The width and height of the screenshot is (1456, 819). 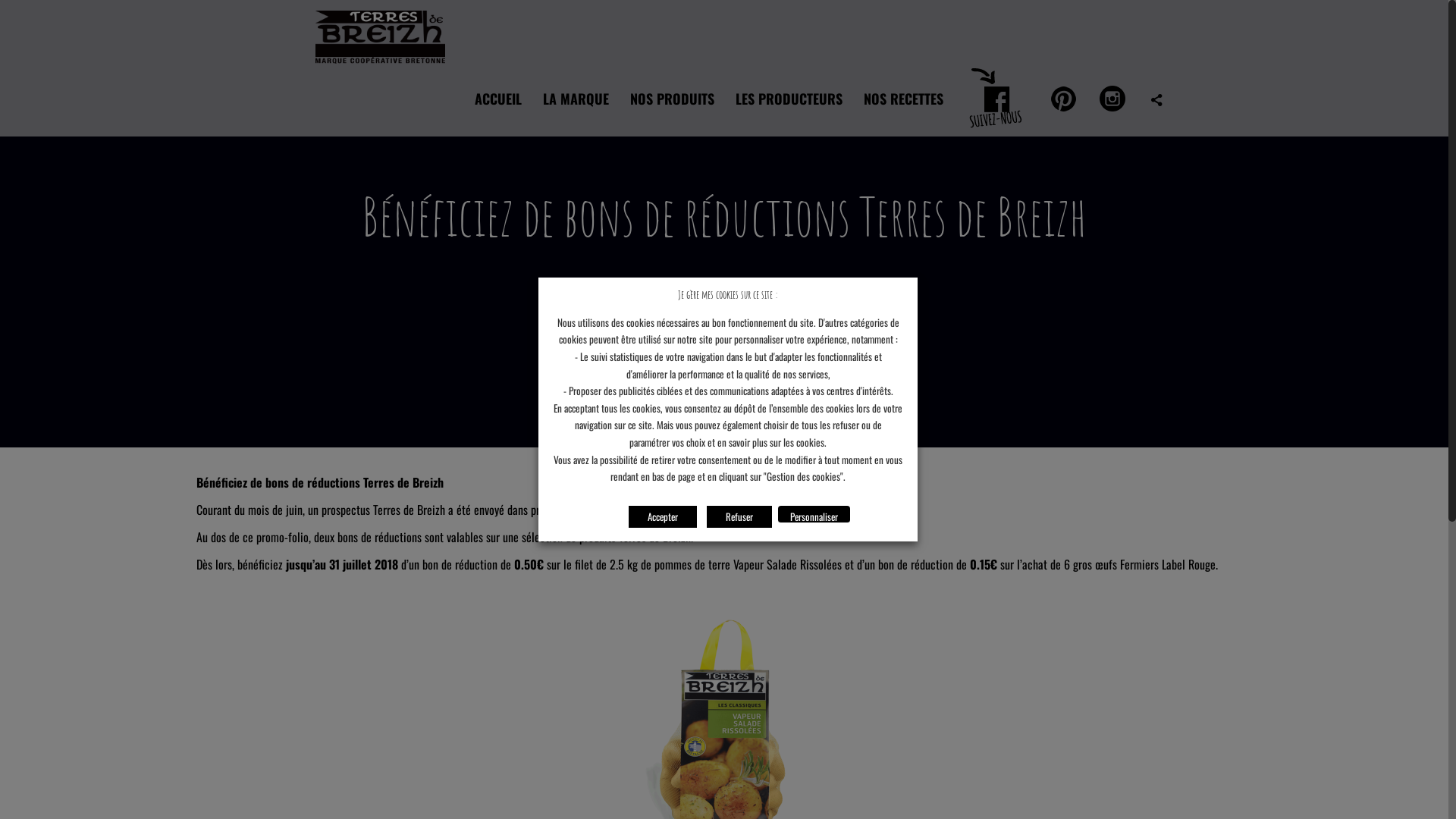 I want to click on 'Personnaliser', so click(x=813, y=513).